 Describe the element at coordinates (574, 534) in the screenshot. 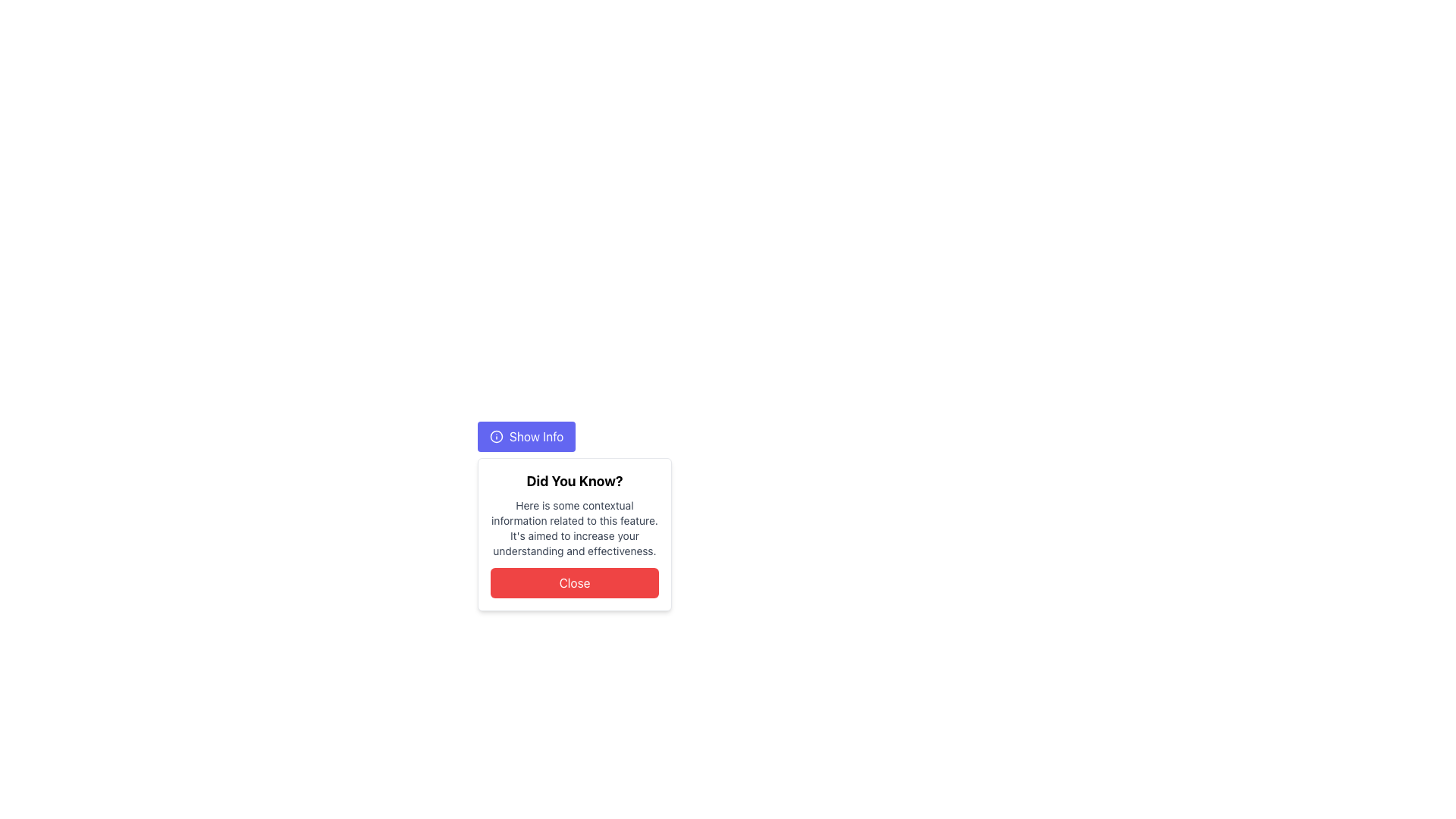

I see `the modal dialog containing contextual information by reading the text displayed within it` at that location.